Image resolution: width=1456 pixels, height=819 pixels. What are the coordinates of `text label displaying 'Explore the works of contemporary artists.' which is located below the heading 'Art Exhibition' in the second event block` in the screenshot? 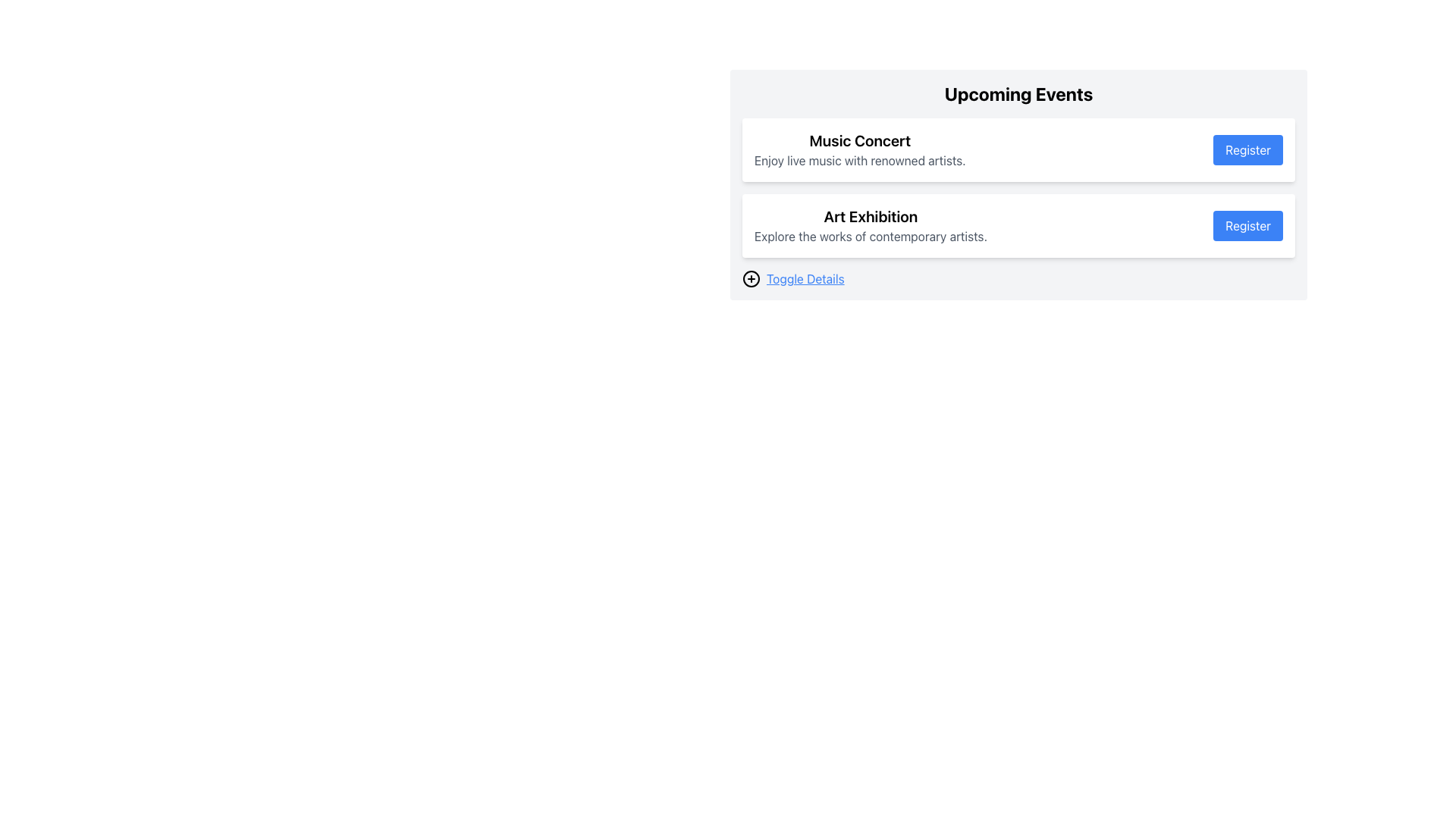 It's located at (871, 237).